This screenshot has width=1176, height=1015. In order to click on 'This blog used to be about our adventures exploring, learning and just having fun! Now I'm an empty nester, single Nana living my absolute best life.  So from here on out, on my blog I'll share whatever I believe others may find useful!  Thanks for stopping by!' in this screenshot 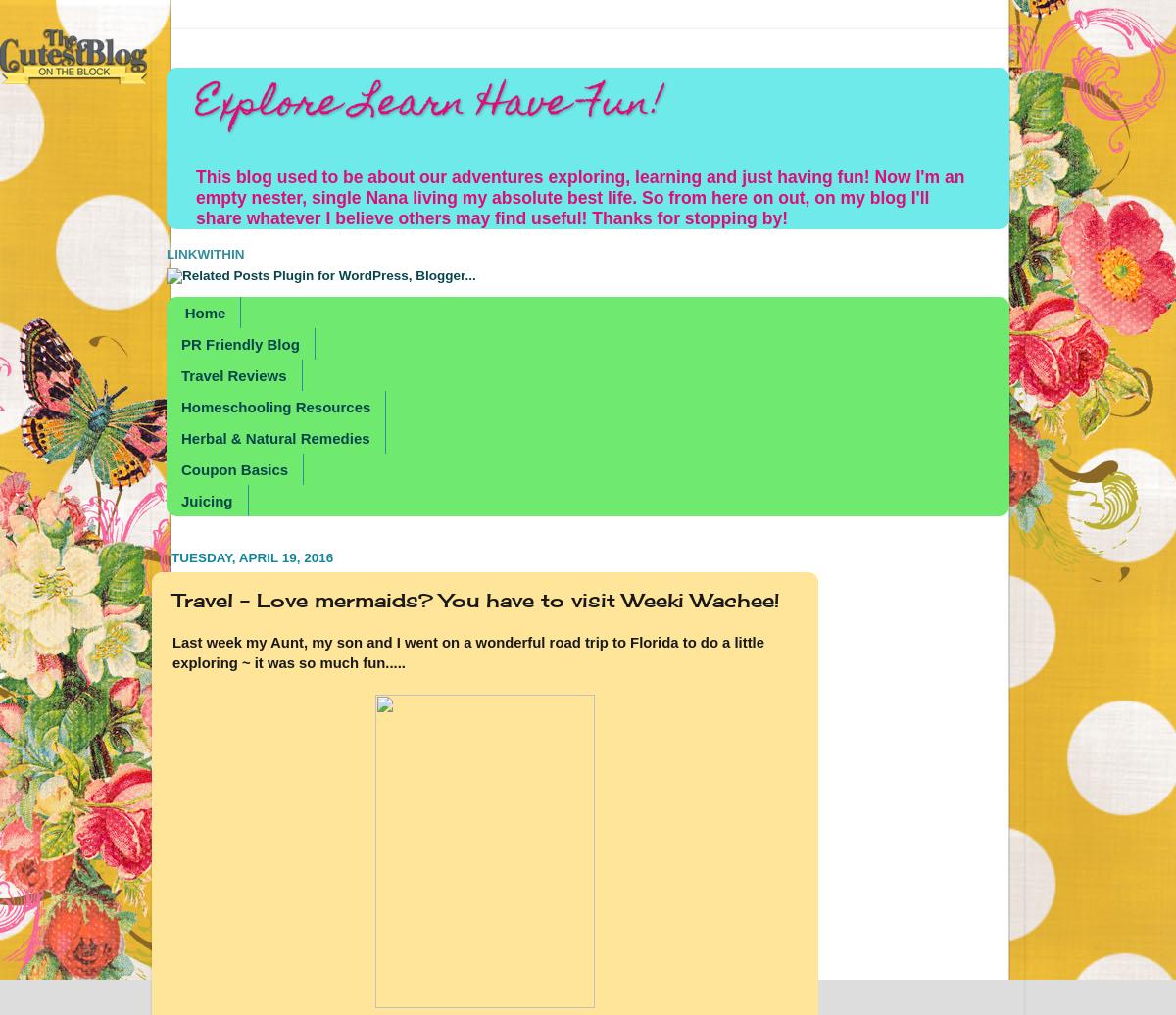, I will do `click(578, 198)`.